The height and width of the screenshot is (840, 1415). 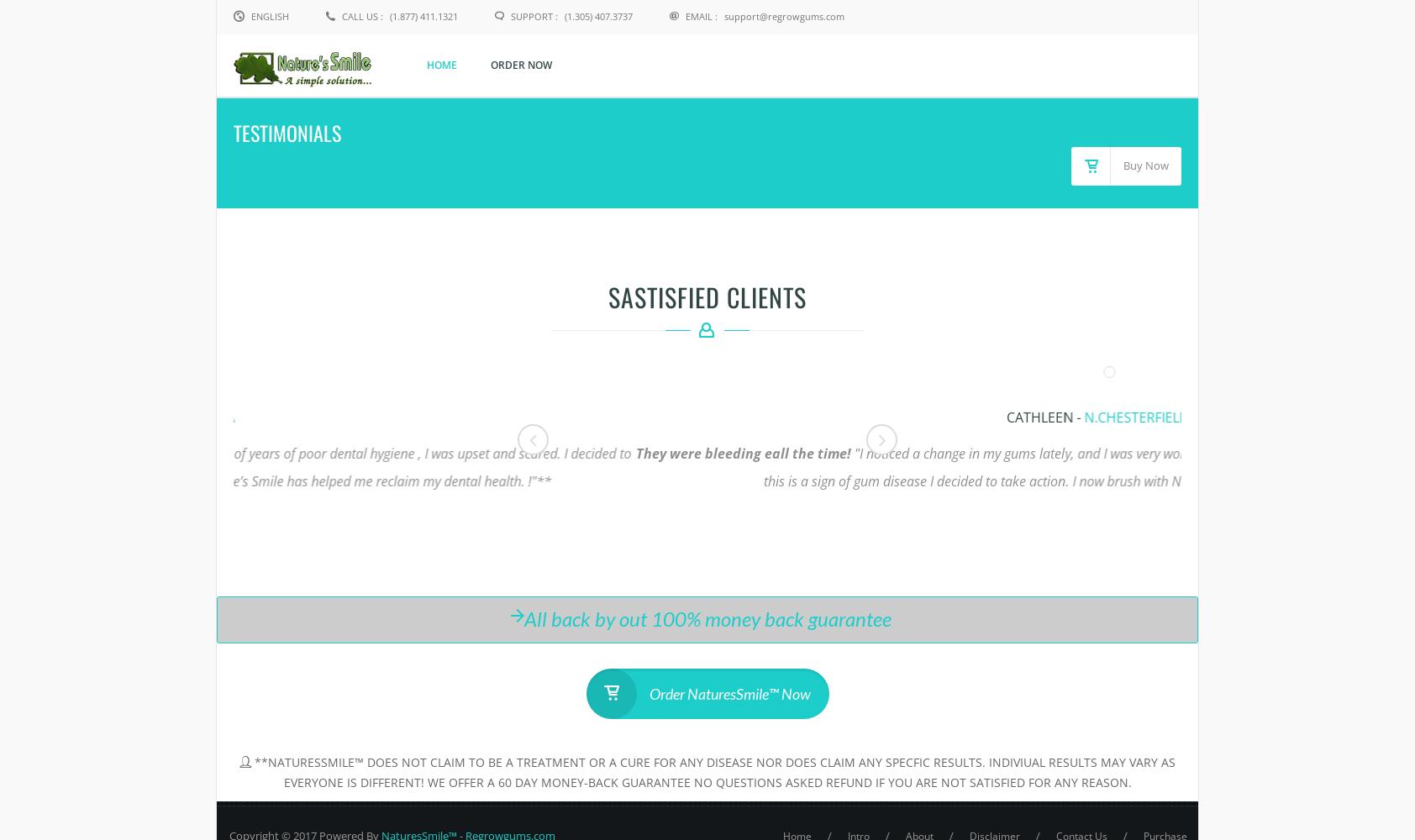 I want to click on 'Testimonials', so click(x=287, y=132).